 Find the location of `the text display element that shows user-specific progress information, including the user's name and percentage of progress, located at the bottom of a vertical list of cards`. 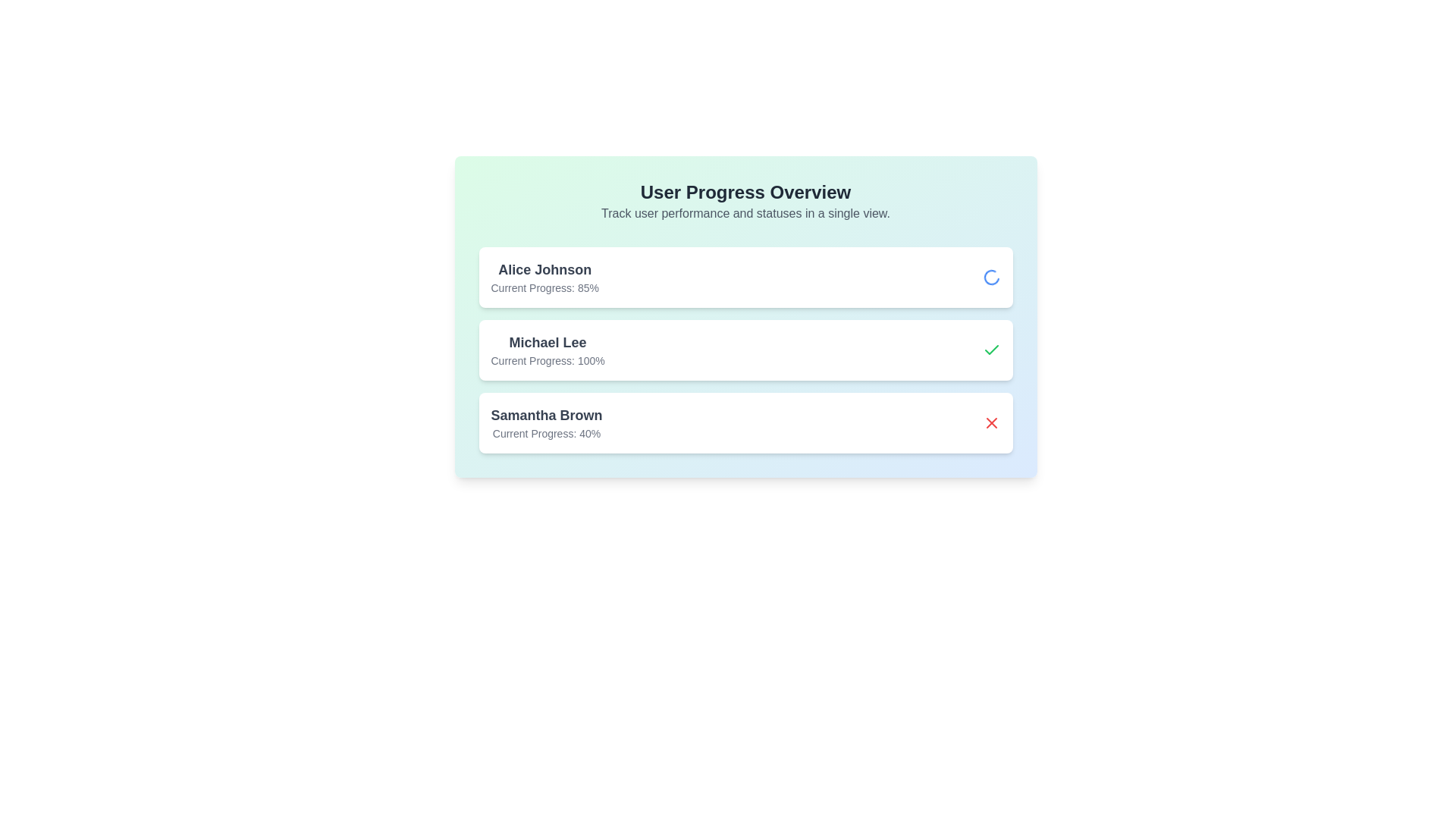

the text display element that shows user-specific progress information, including the user's name and percentage of progress, located at the bottom of a vertical list of cards is located at coordinates (546, 423).